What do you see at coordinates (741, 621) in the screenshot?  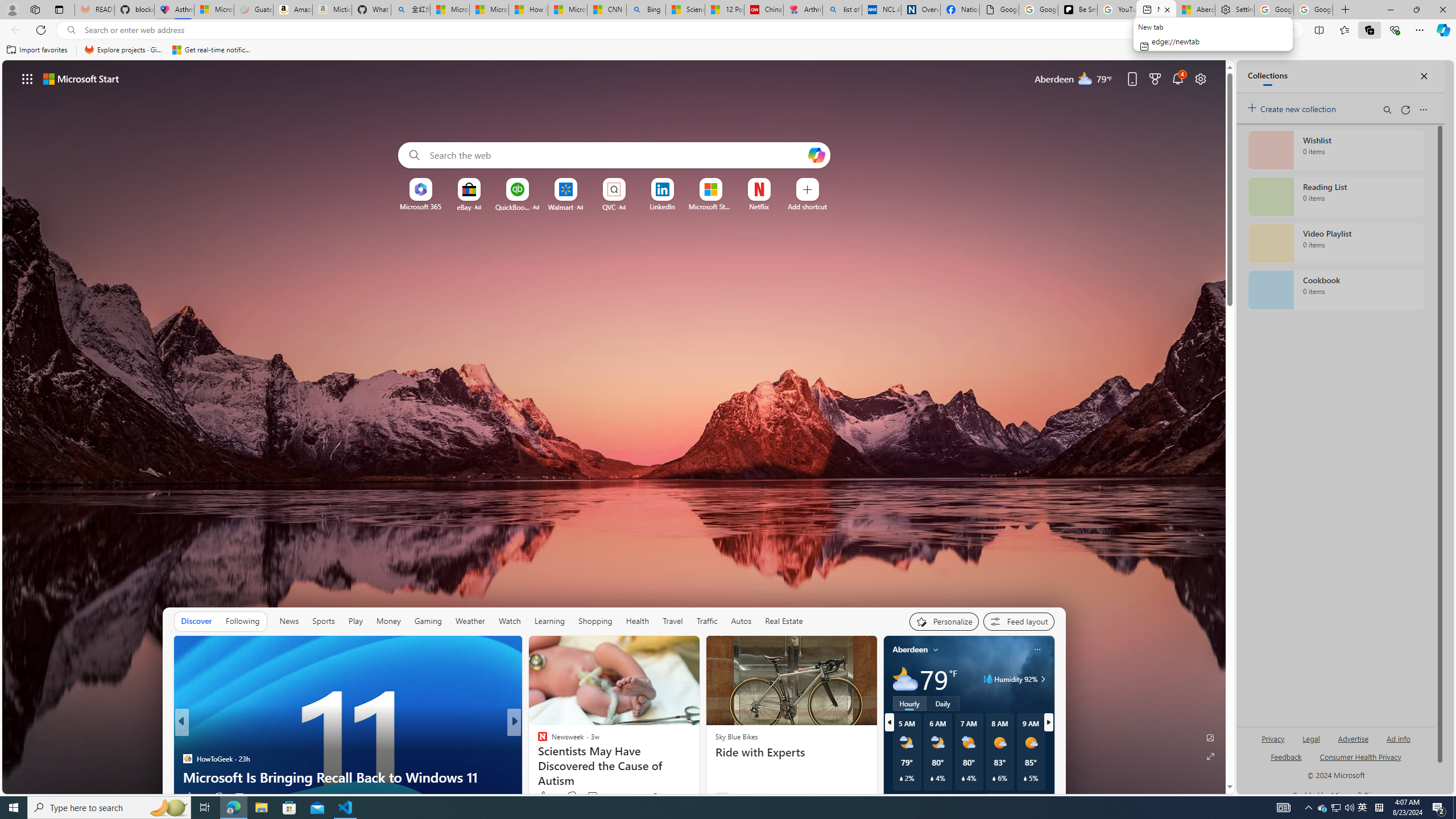 I see `'Autos'` at bounding box center [741, 621].